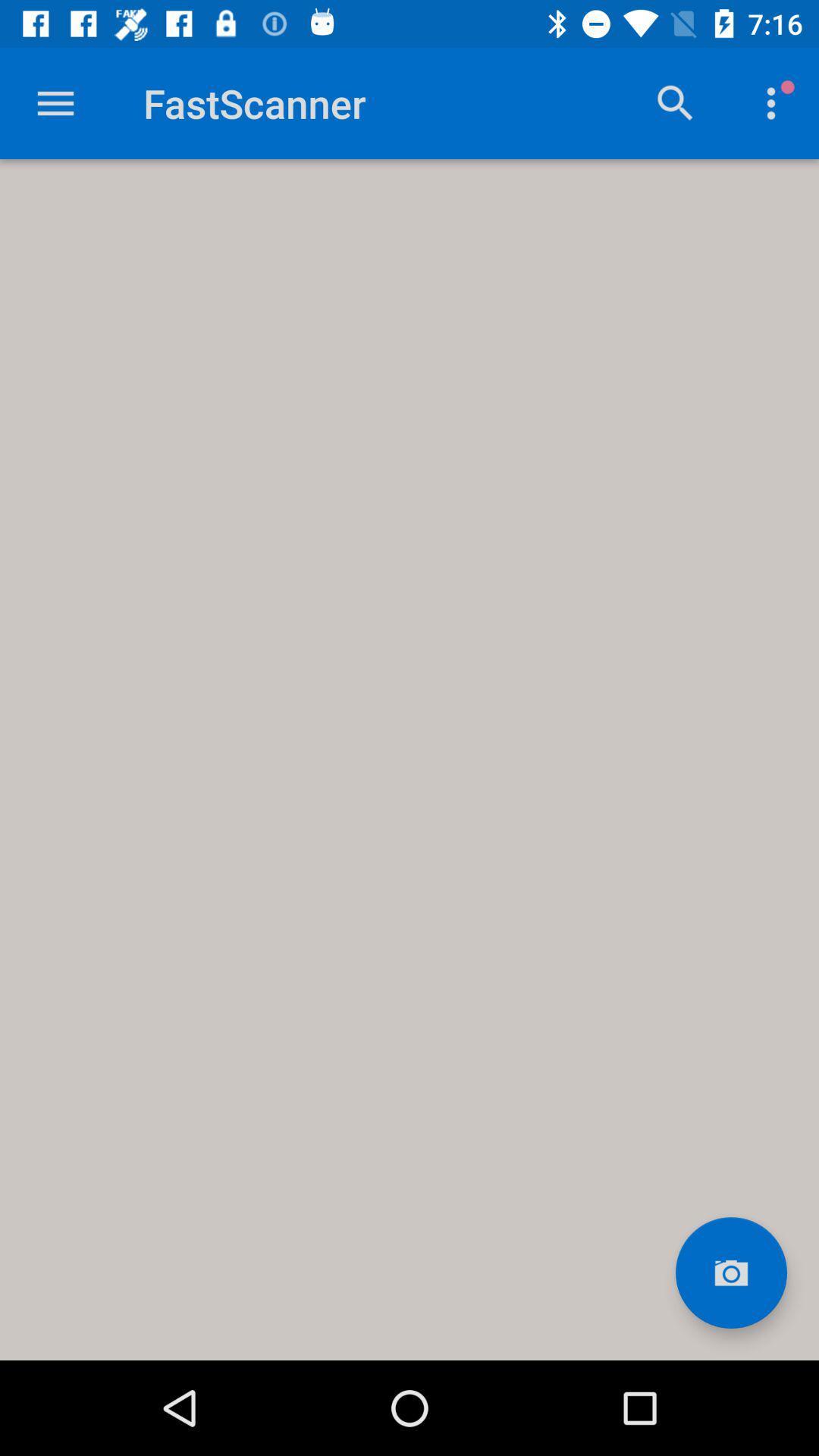 The image size is (819, 1456). I want to click on menu, so click(55, 102).